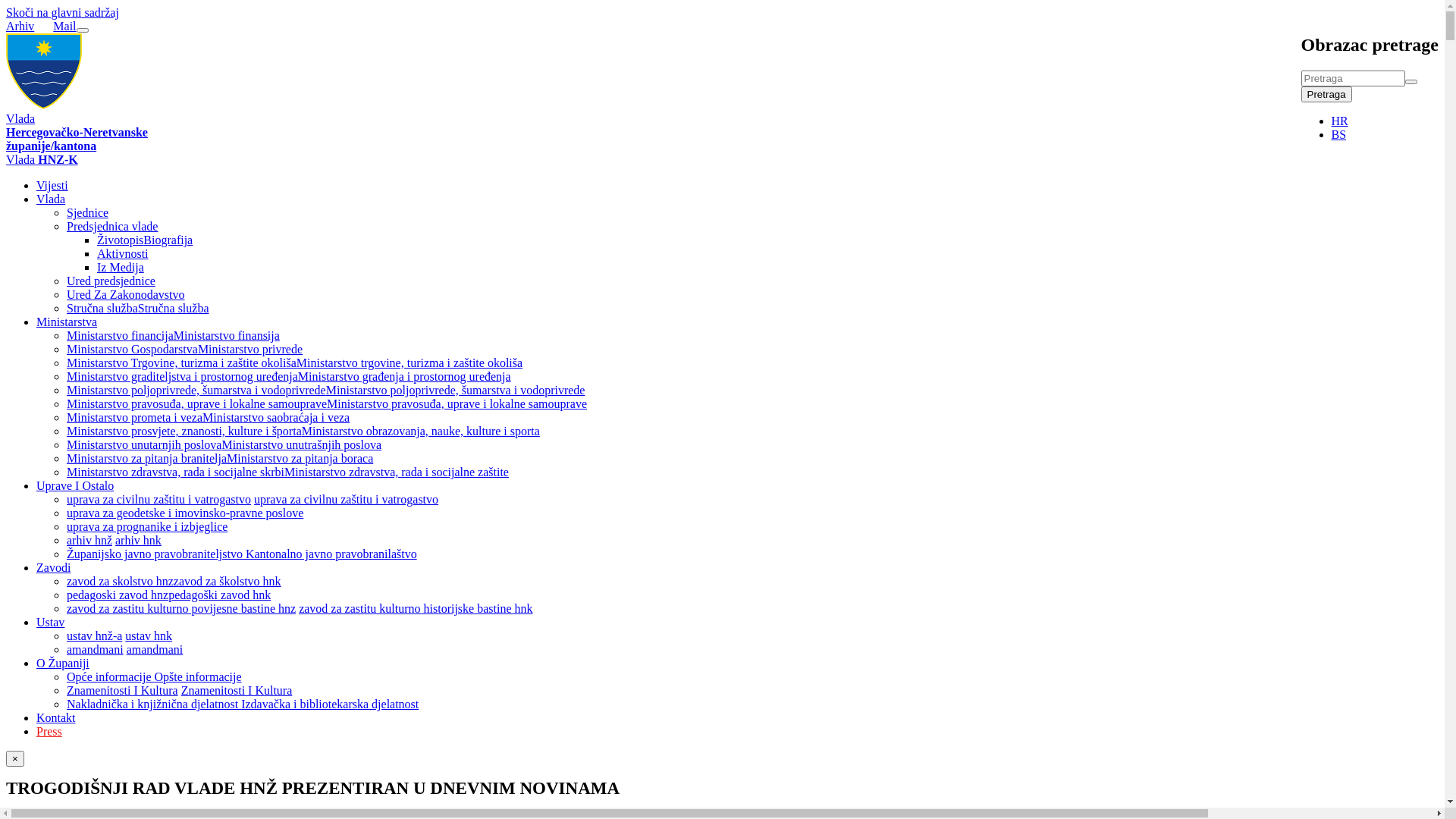 Image resolution: width=1456 pixels, height=819 pixels. I want to click on 'BS', so click(1339, 133).